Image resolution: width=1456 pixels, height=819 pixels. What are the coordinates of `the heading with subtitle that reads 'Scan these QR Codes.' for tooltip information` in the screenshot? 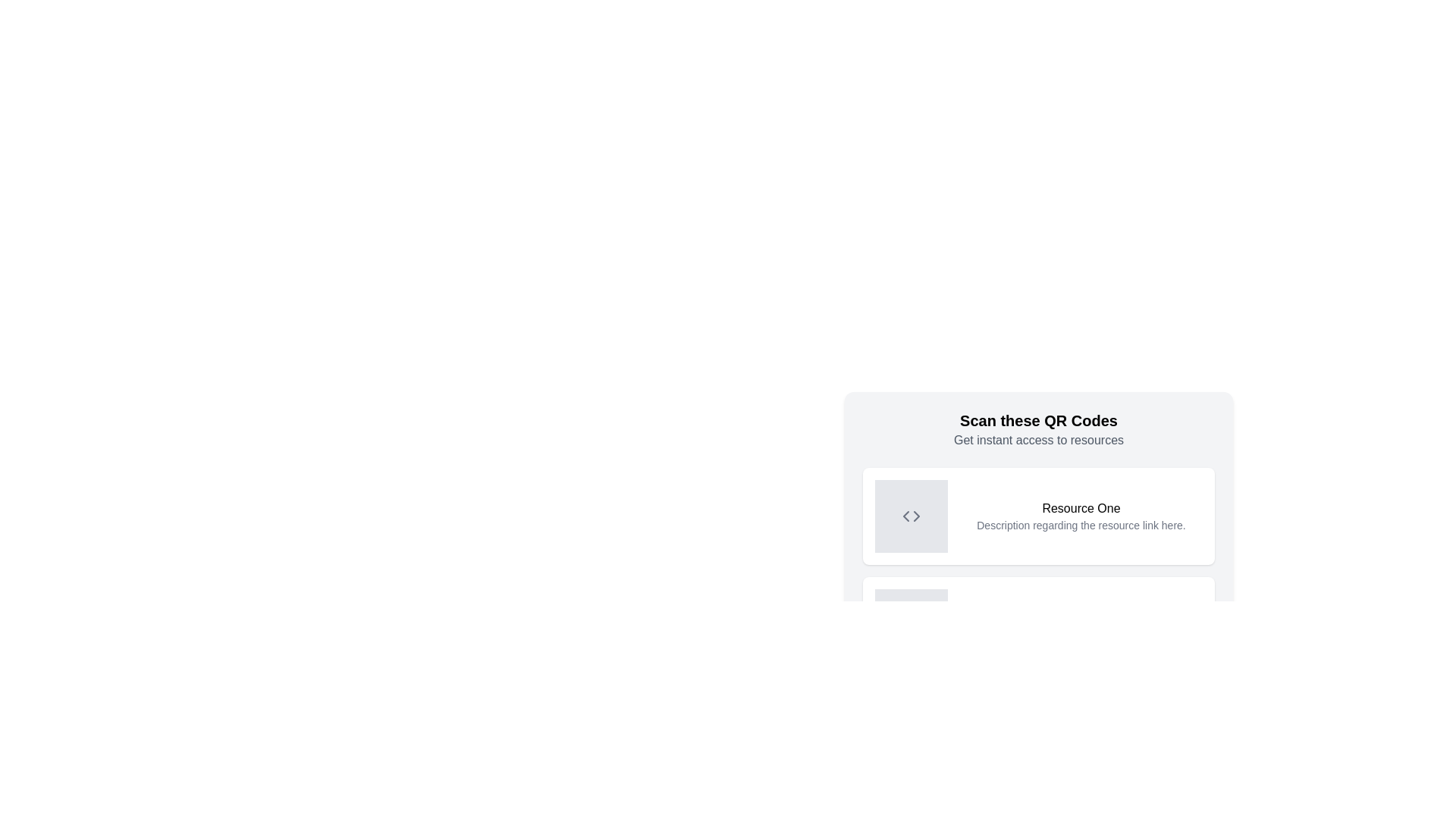 It's located at (1037, 430).